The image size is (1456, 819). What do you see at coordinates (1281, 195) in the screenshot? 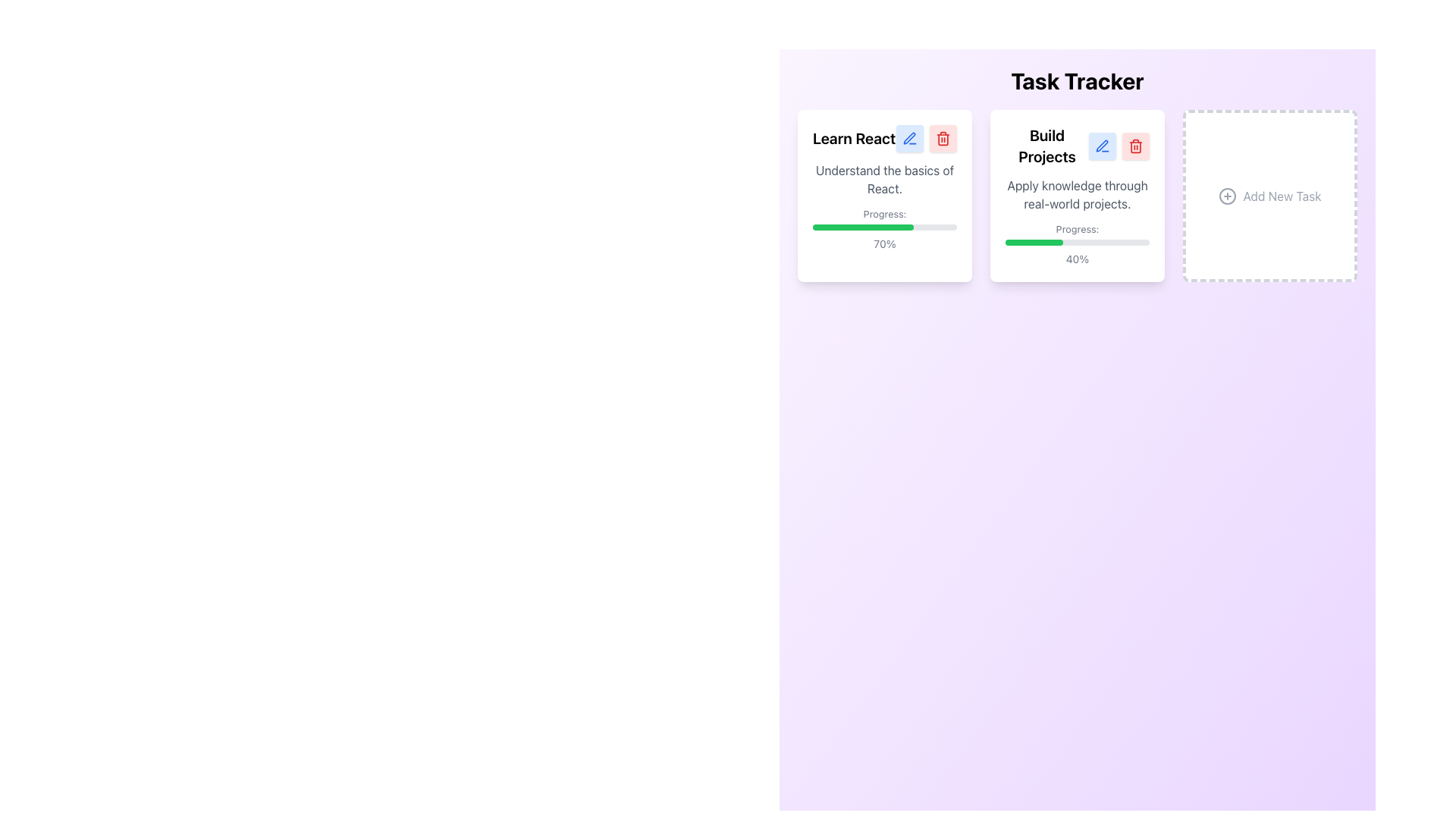
I see `the 'Add New Task' text label, which is styled in gray and located to the right of a circular plus sign icon within a dashed-bordered card` at bounding box center [1281, 195].